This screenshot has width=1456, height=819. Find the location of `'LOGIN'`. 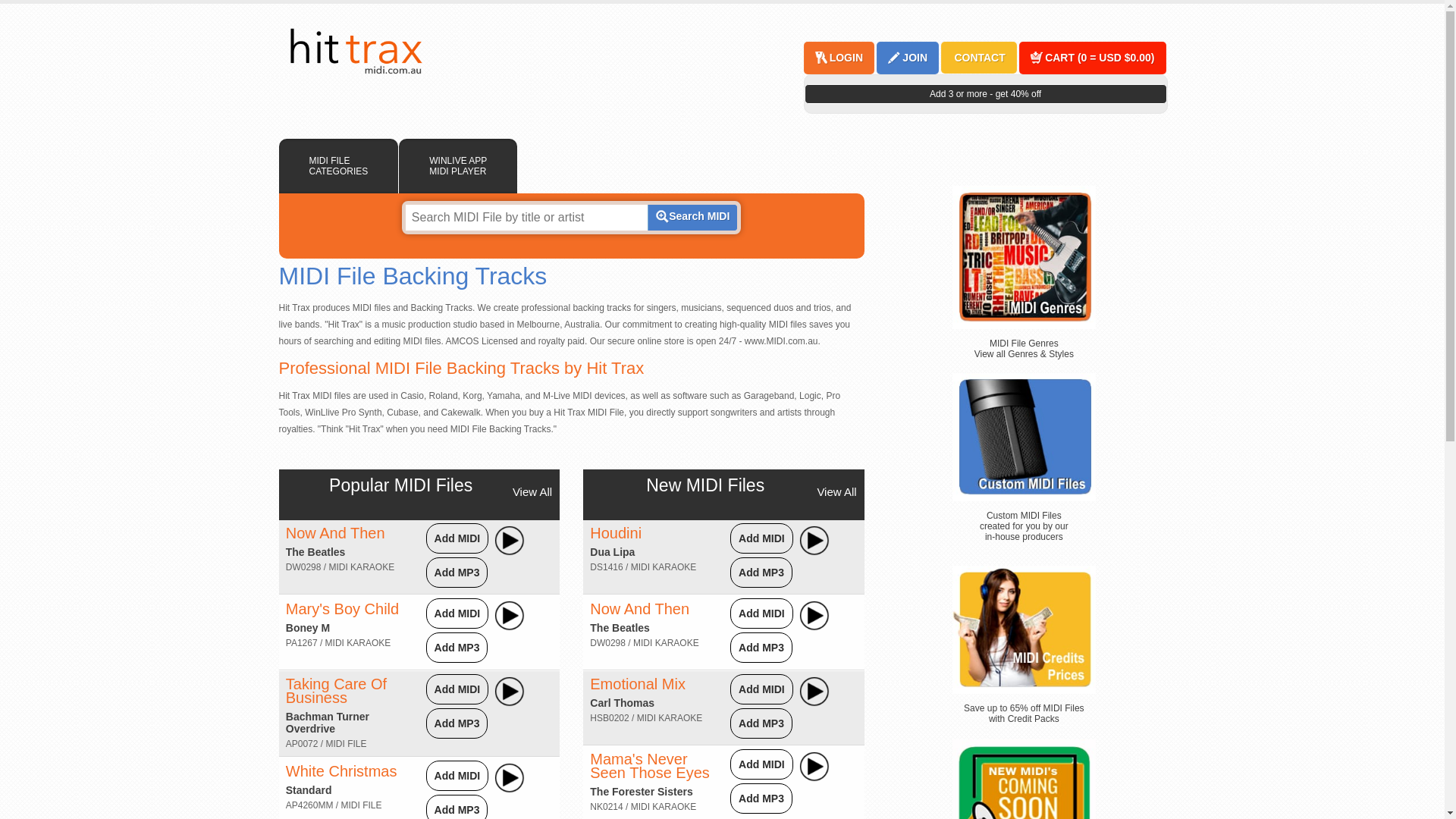

'LOGIN' is located at coordinates (844, 57).